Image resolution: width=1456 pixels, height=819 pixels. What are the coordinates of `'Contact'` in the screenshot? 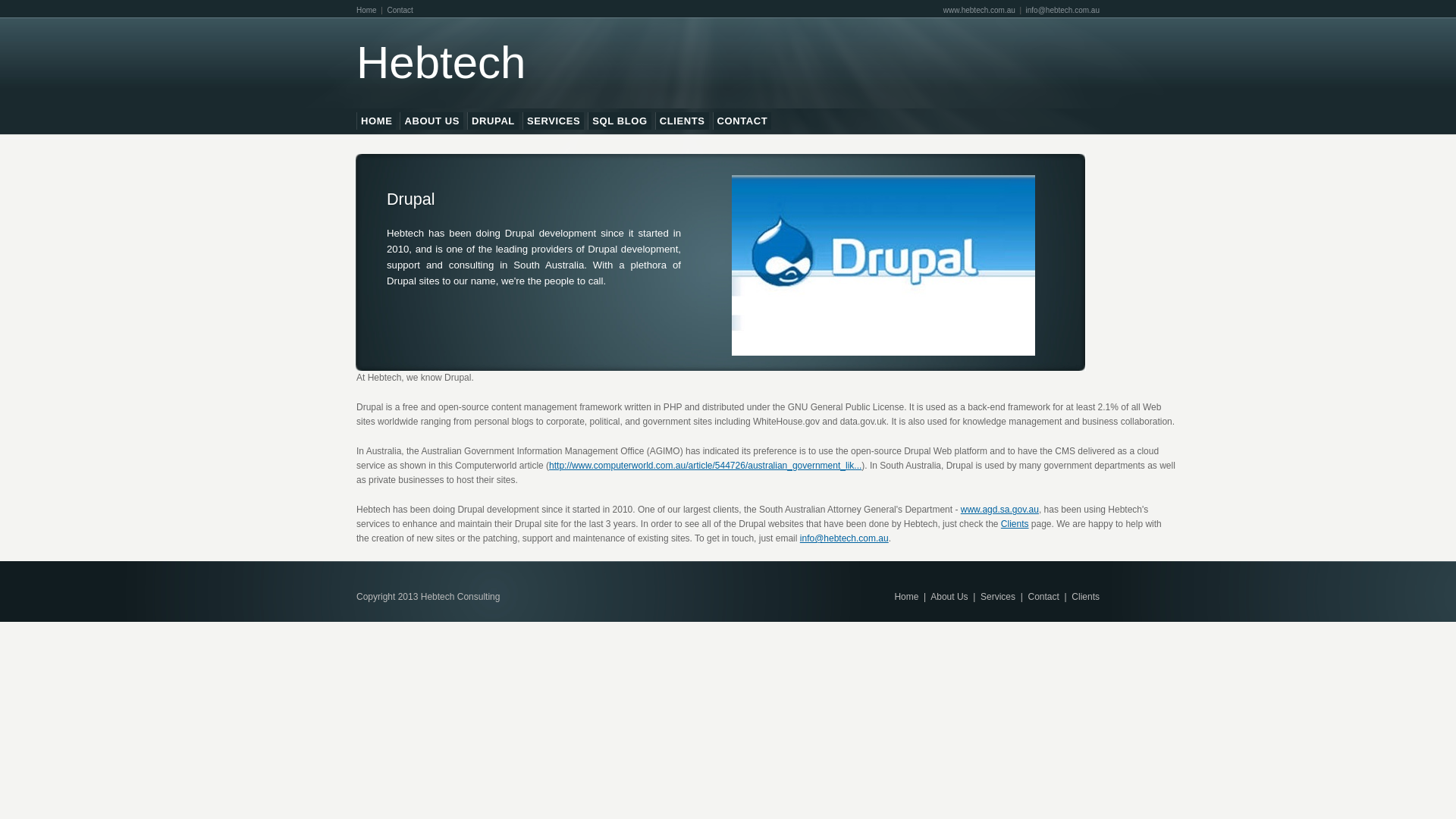 It's located at (1043, 595).